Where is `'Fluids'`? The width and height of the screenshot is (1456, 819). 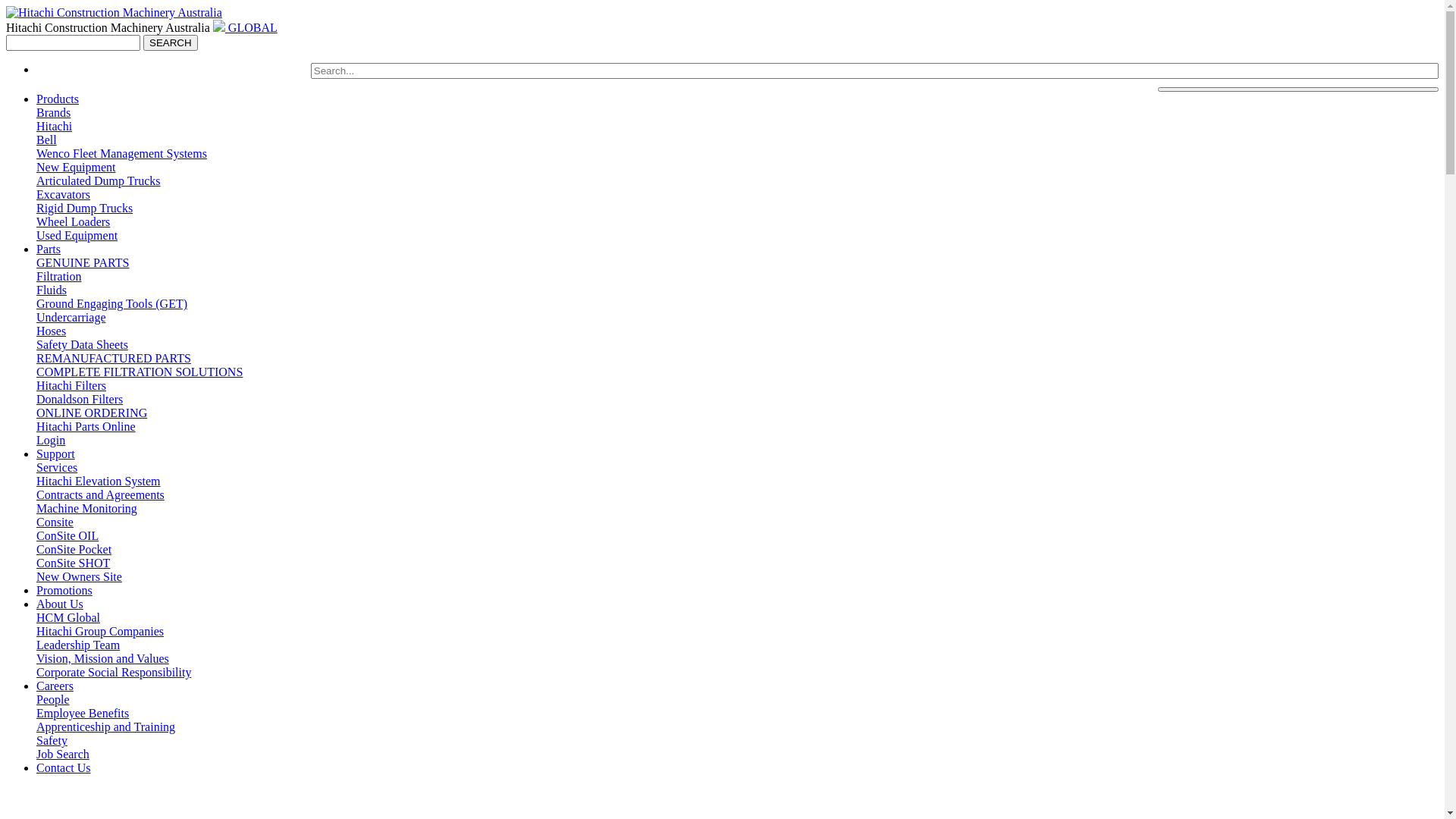 'Fluids' is located at coordinates (51, 290).